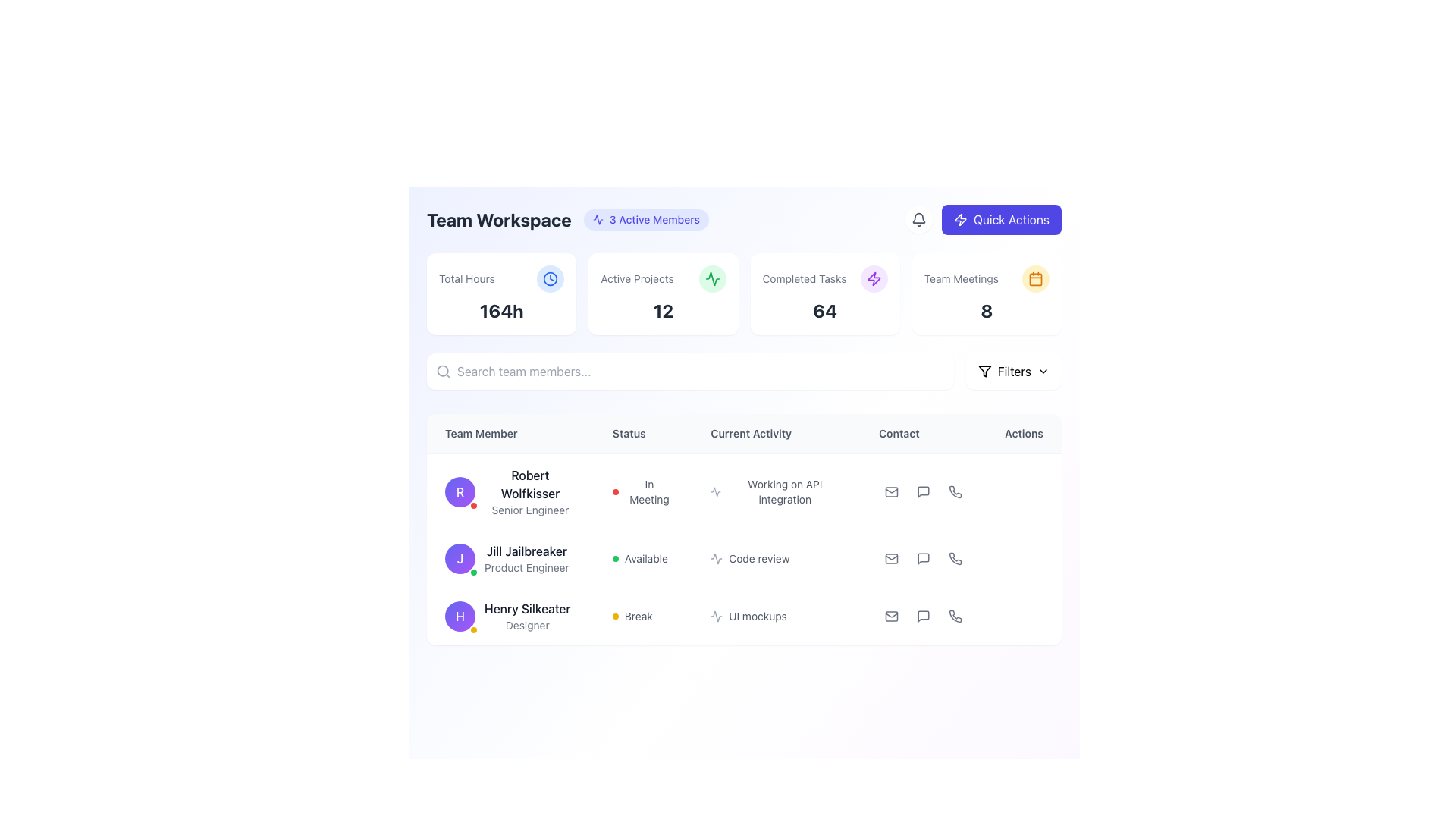 This screenshot has height=819, width=1456. I want to click on the first column header text label in the table that indicates details about team members, located just below 'Search team members...', so click(510, 434).